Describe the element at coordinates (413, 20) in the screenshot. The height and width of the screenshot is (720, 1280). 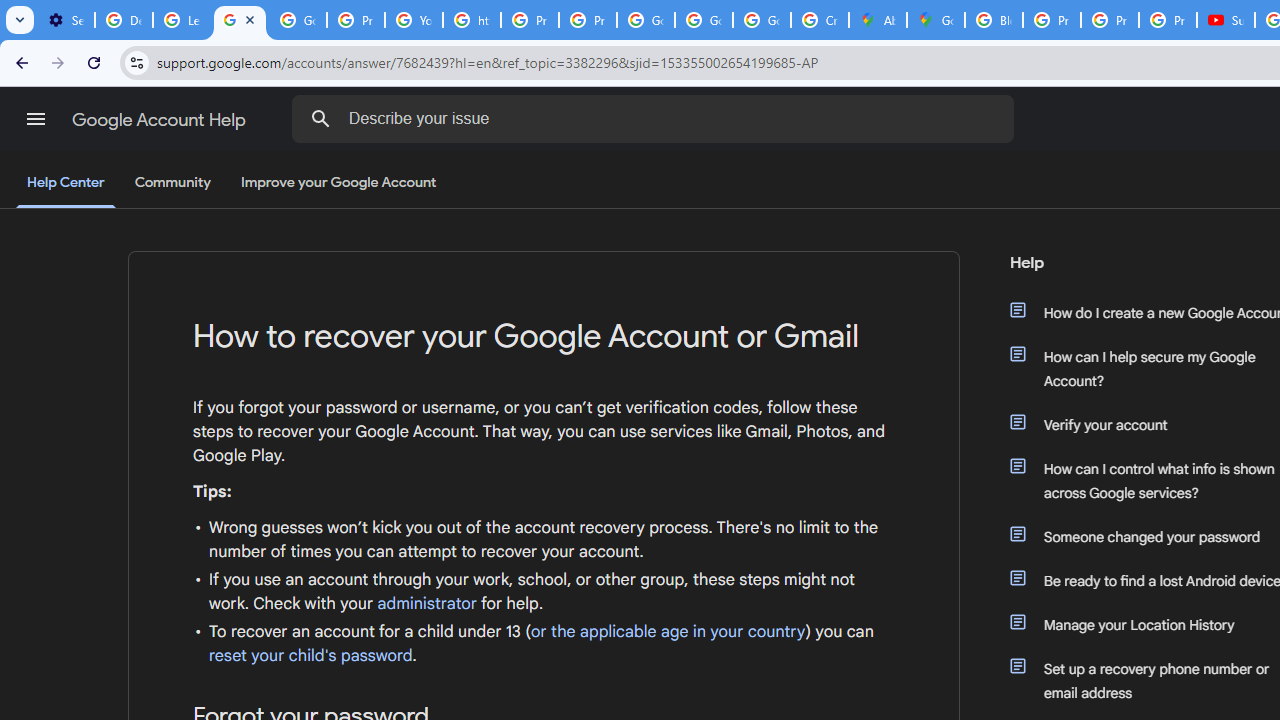
I see `'YouTube'` at that location.